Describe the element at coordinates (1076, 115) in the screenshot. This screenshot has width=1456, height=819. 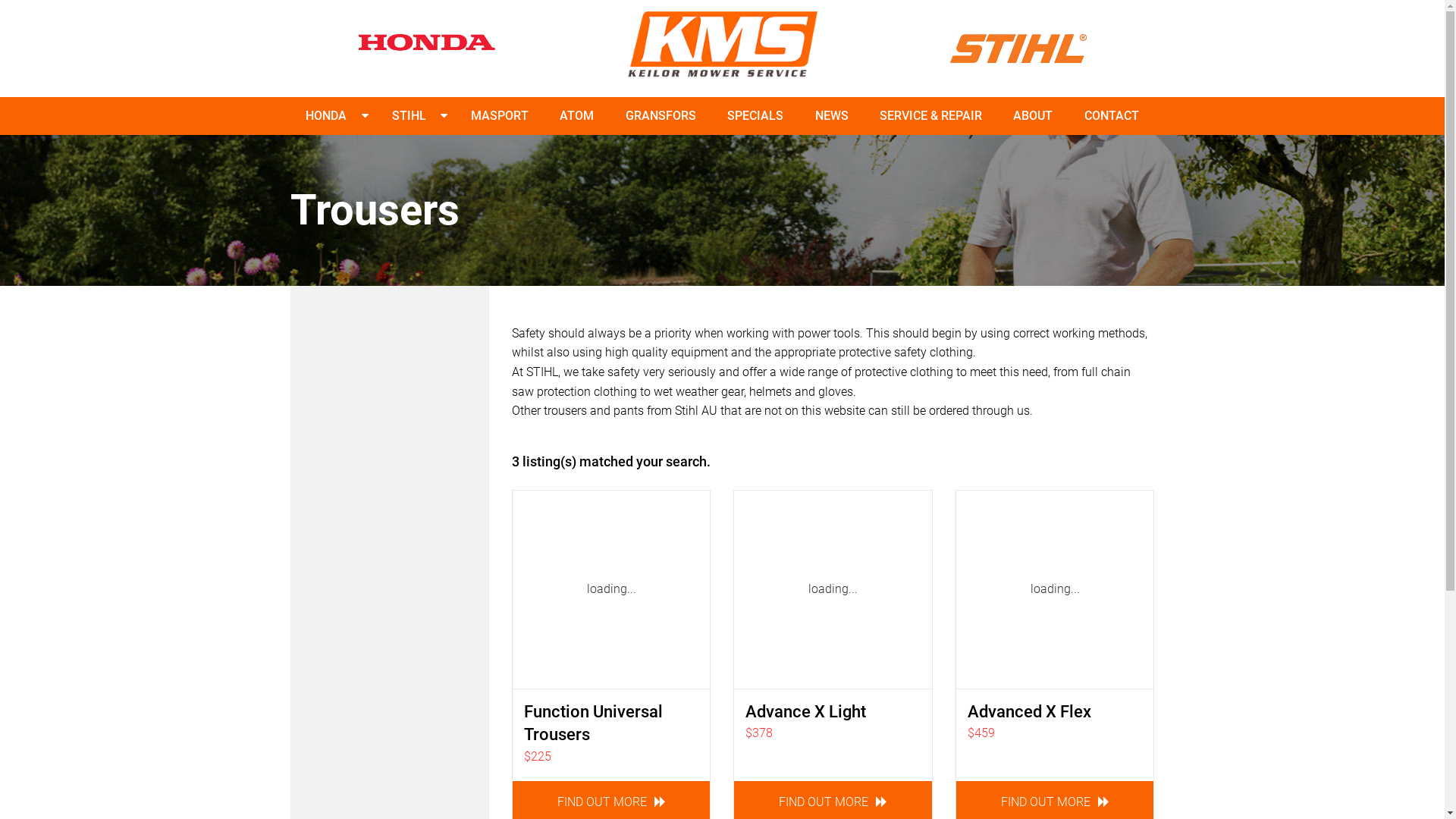
I see `'CONTACT'` at that location.